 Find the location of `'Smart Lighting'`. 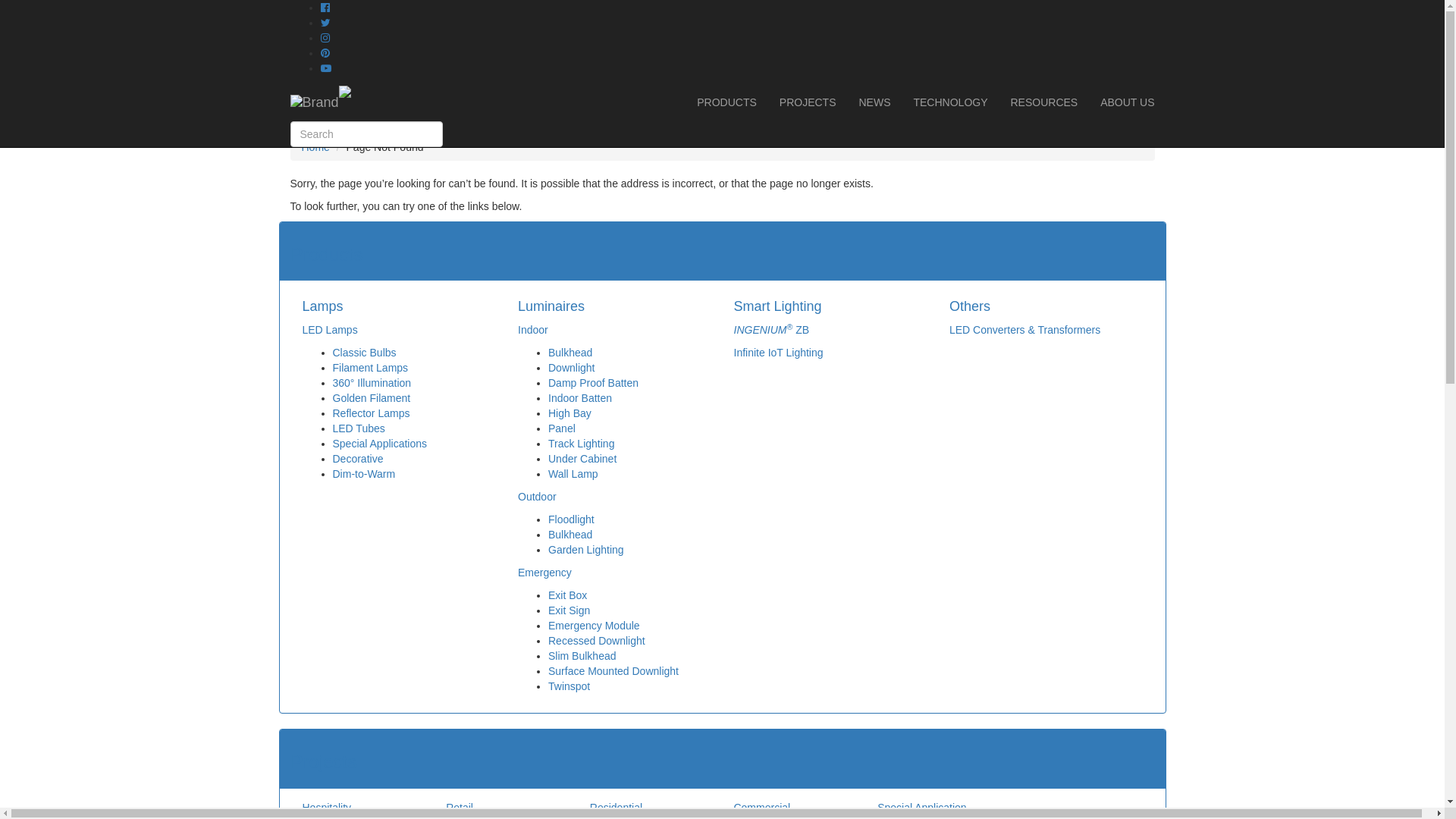

'Smart Lighting' is located at coordinates (734, 306).